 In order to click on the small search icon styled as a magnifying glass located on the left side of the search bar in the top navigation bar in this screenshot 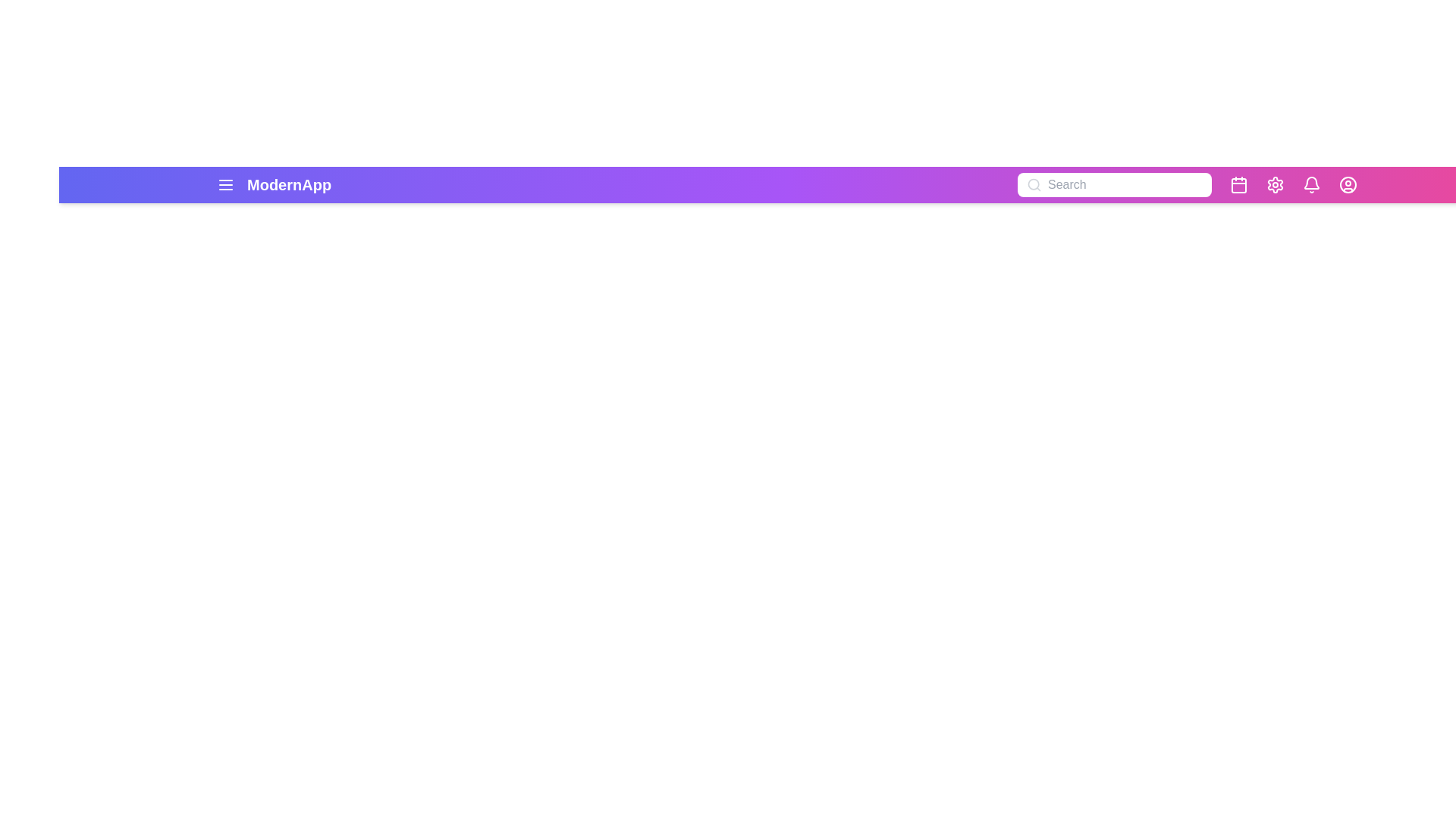, I will do `click(1033, 184)`.